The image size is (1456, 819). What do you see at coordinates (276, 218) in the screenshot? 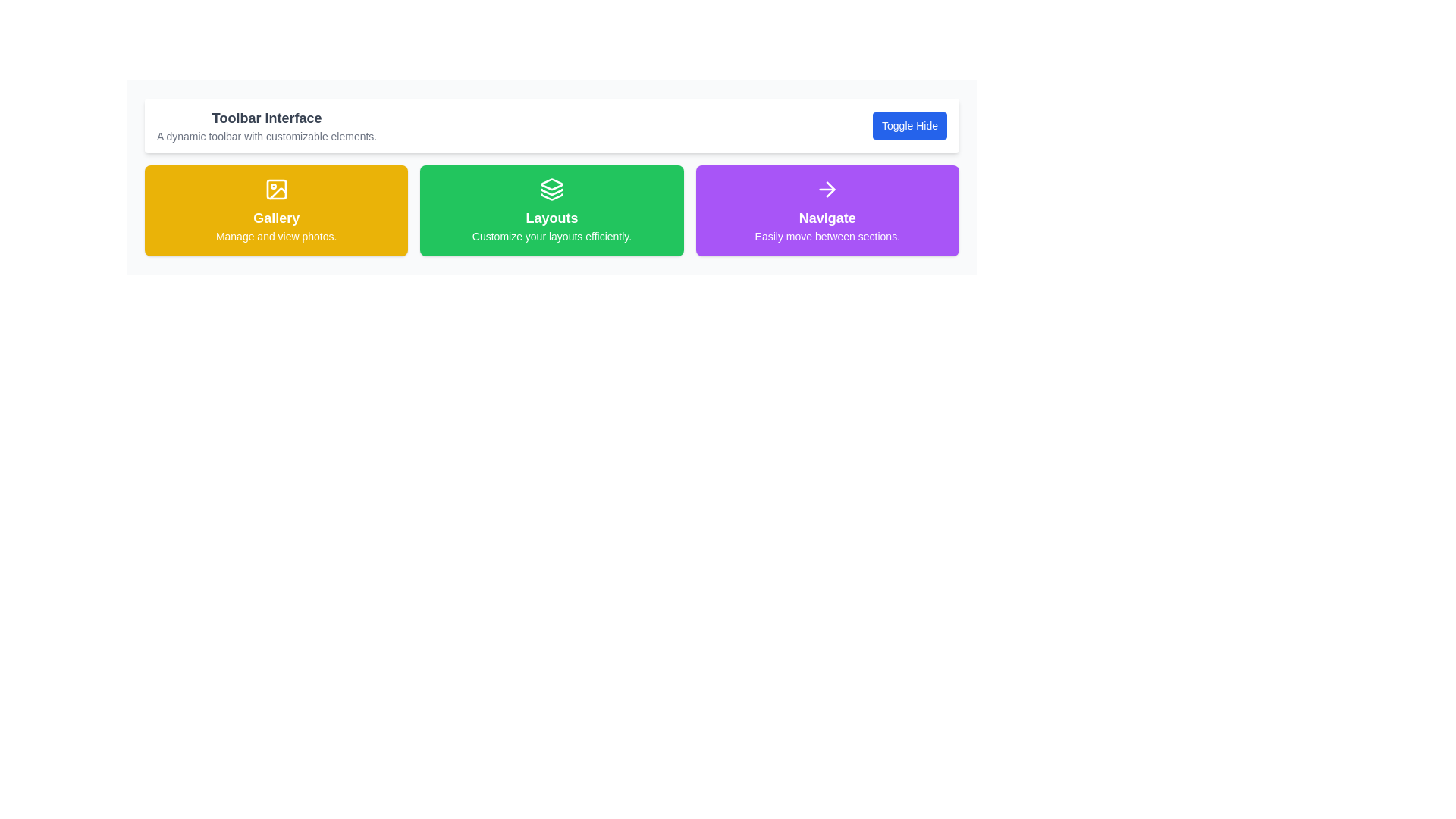
I see `the text label displaying 'Gallery', which is a bold white text on a yellow background, positioned at the top center of its card, to engage with the surrounding elements` at bounding box center [276, 218].